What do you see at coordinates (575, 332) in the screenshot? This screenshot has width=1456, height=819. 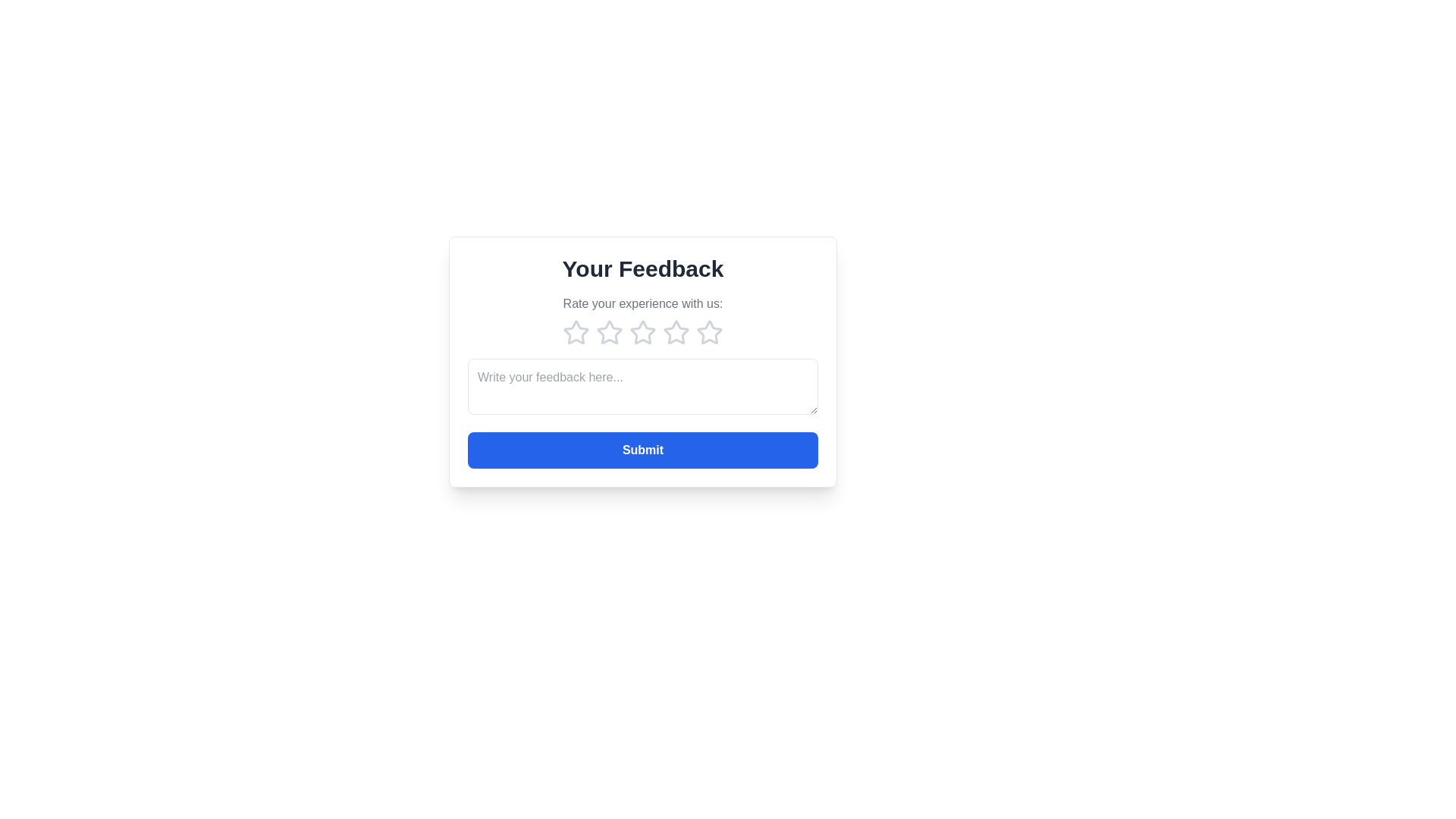 I see `the star corresponding to 1 to preview the rating` at bounding box center [575, 332].